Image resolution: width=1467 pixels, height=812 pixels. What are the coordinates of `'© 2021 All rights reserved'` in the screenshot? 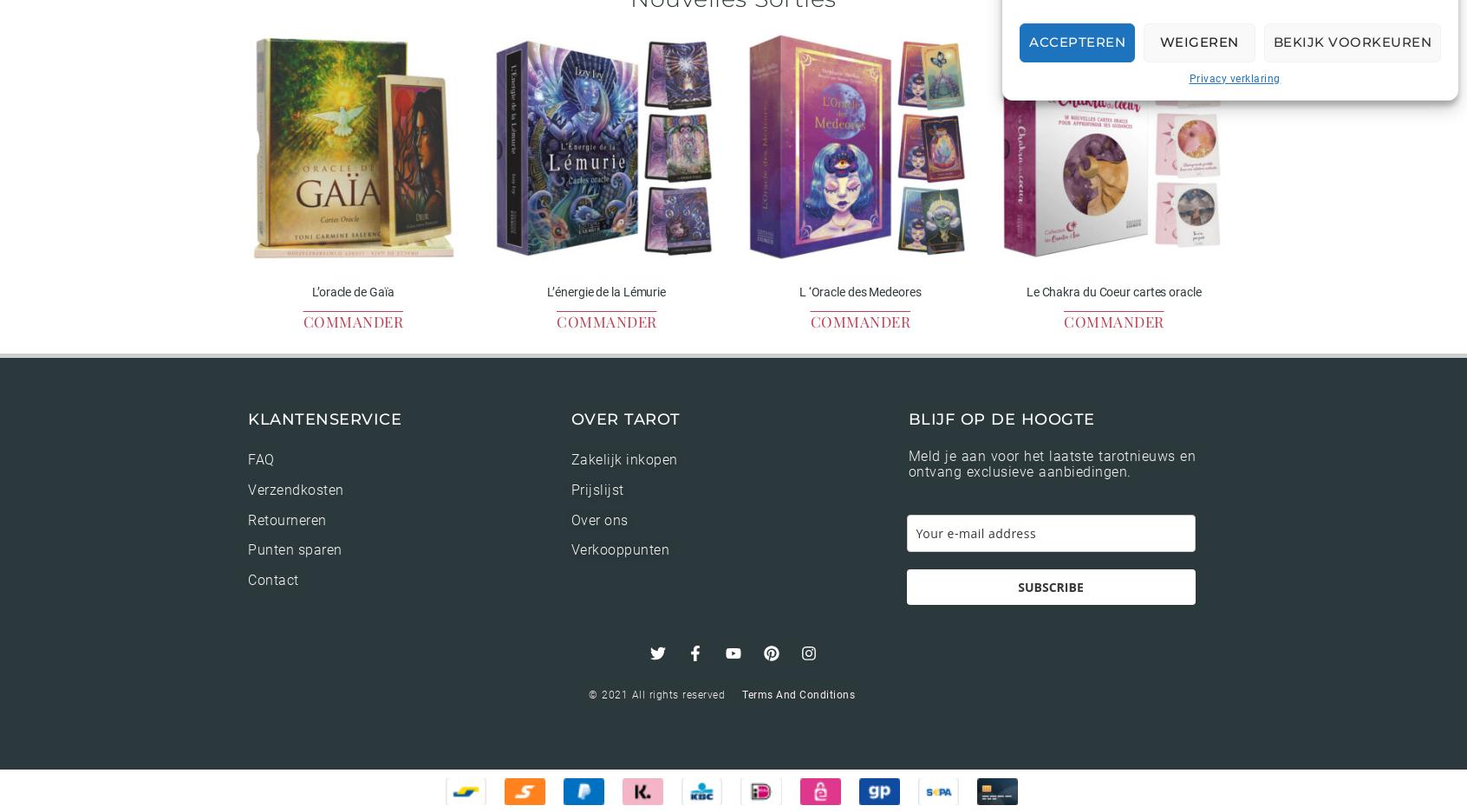 It's located at (655, 693).